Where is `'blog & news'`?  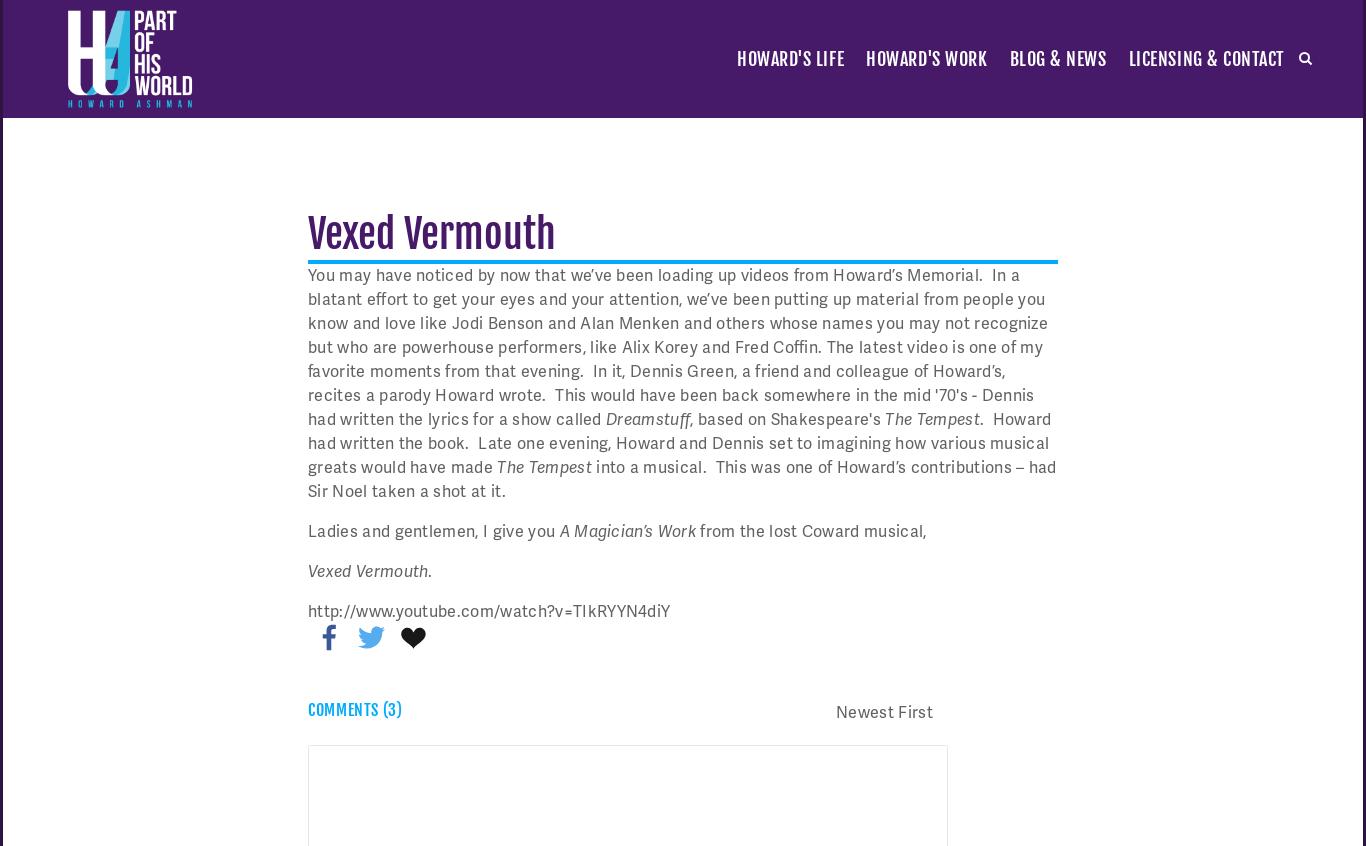 'blog & news' is located at coordinates (1056, 57).